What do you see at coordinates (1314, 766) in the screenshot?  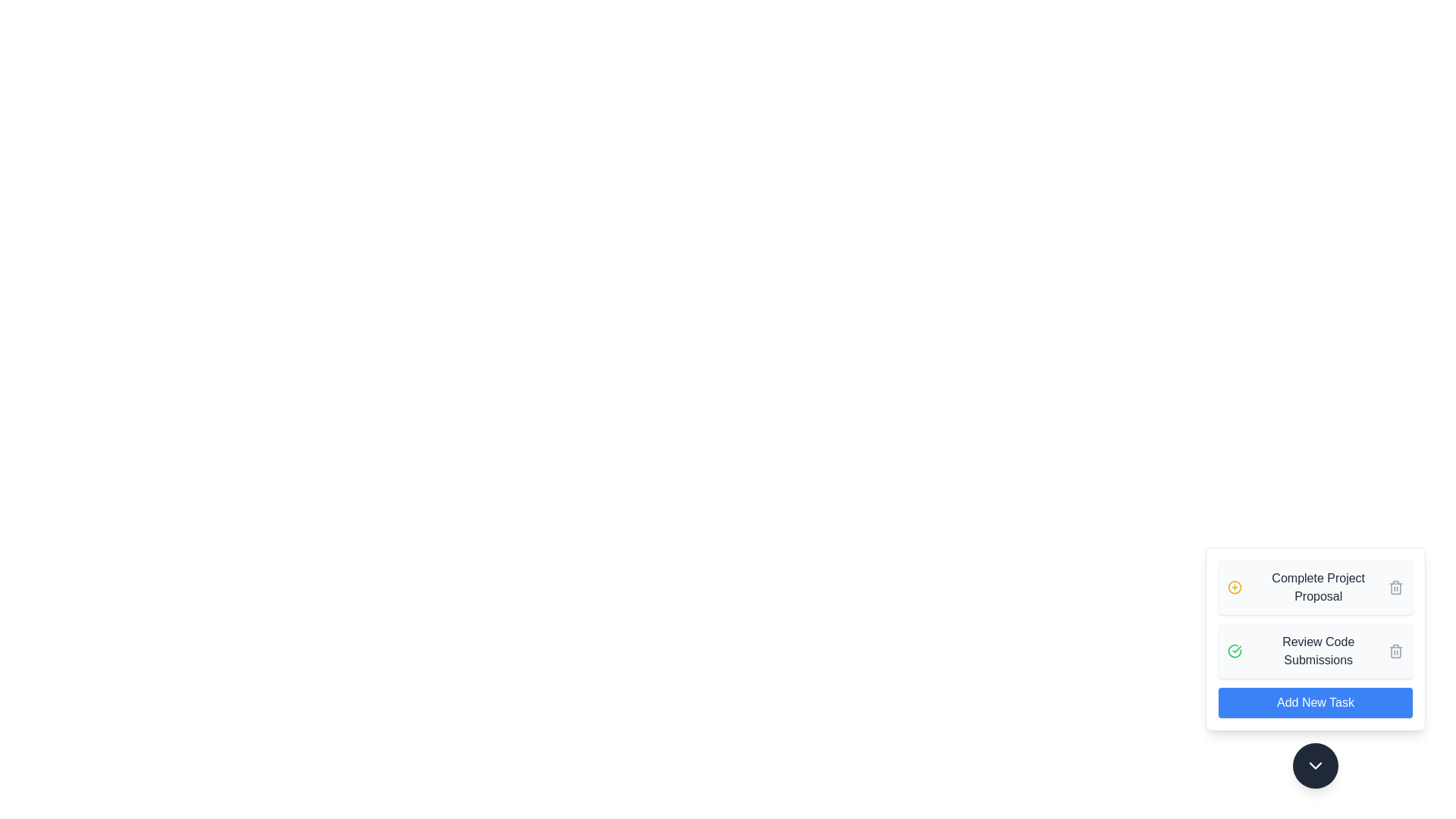 I see `toggle button at the bottom of the component to toggle the visibility of the task panel` at bounding box center [1314, 766].